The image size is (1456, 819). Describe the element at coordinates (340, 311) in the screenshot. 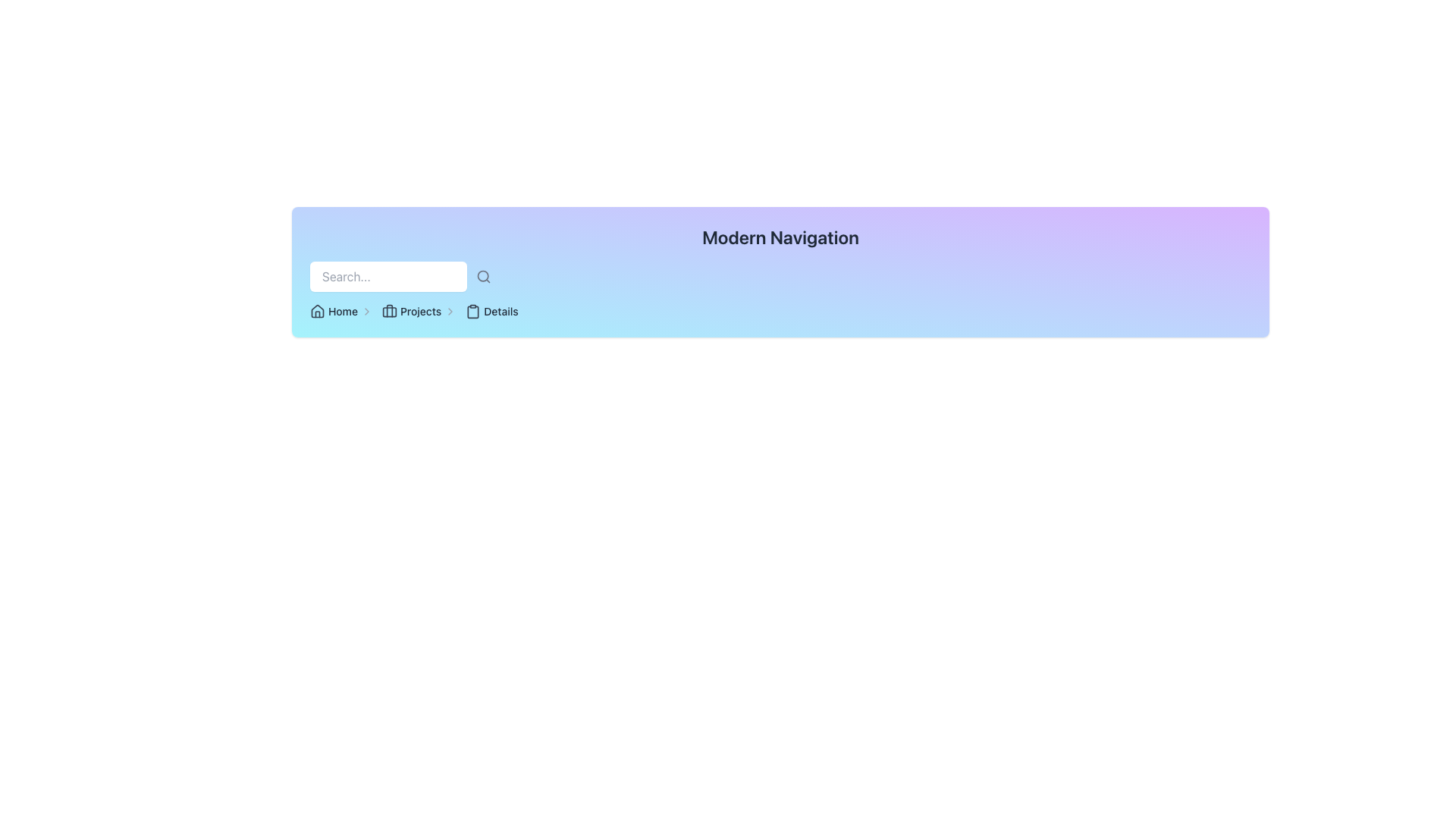

I see `the 'Home' breadcrumb link, which is the first item in the breadcrumb navigation bar styled with a house icon and bold dark gray text` at that location.